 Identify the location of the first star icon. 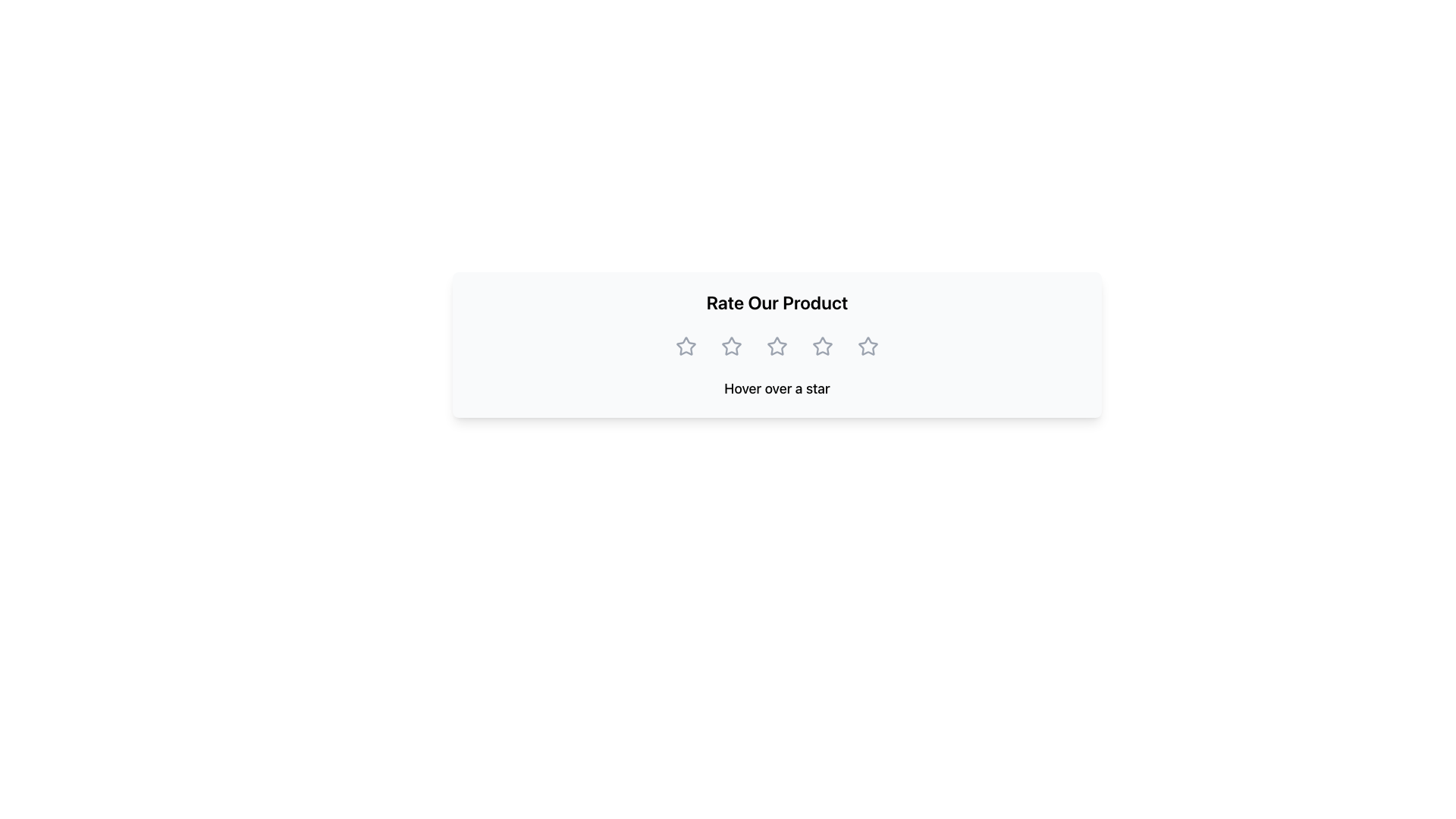
(684, 345).